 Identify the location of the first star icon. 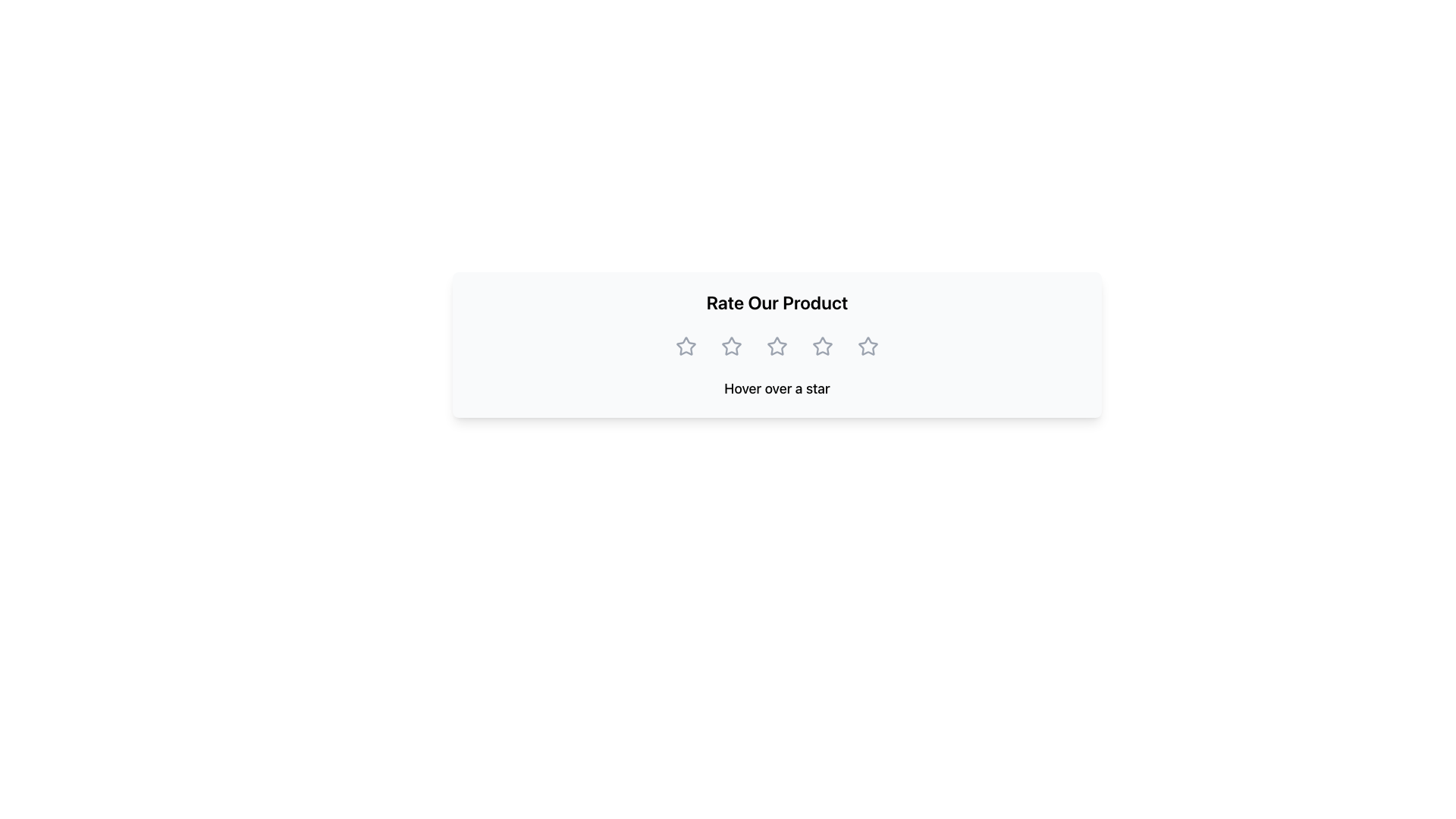
(684, 345).